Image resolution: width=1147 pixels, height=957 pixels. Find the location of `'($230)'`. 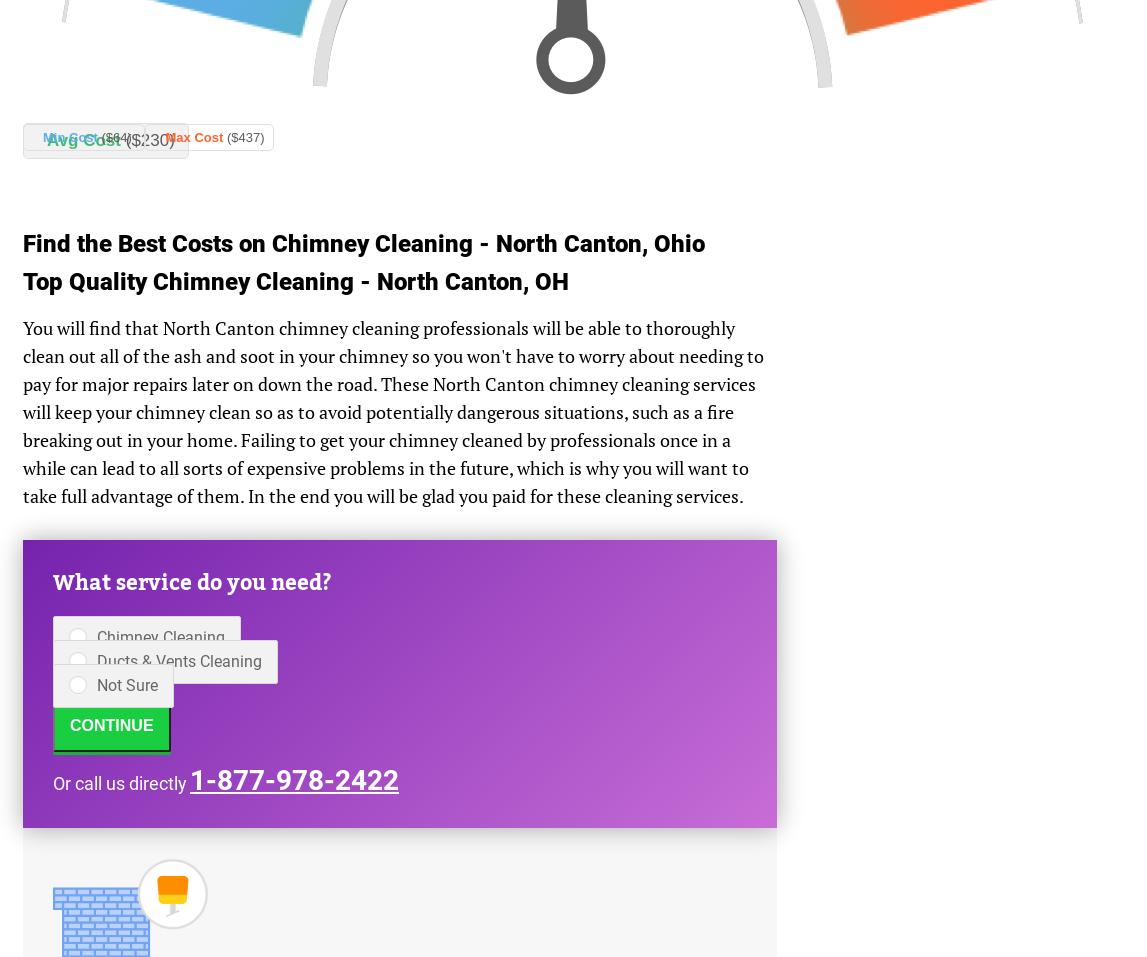

'($230)' is located at coordinates (149, 140).